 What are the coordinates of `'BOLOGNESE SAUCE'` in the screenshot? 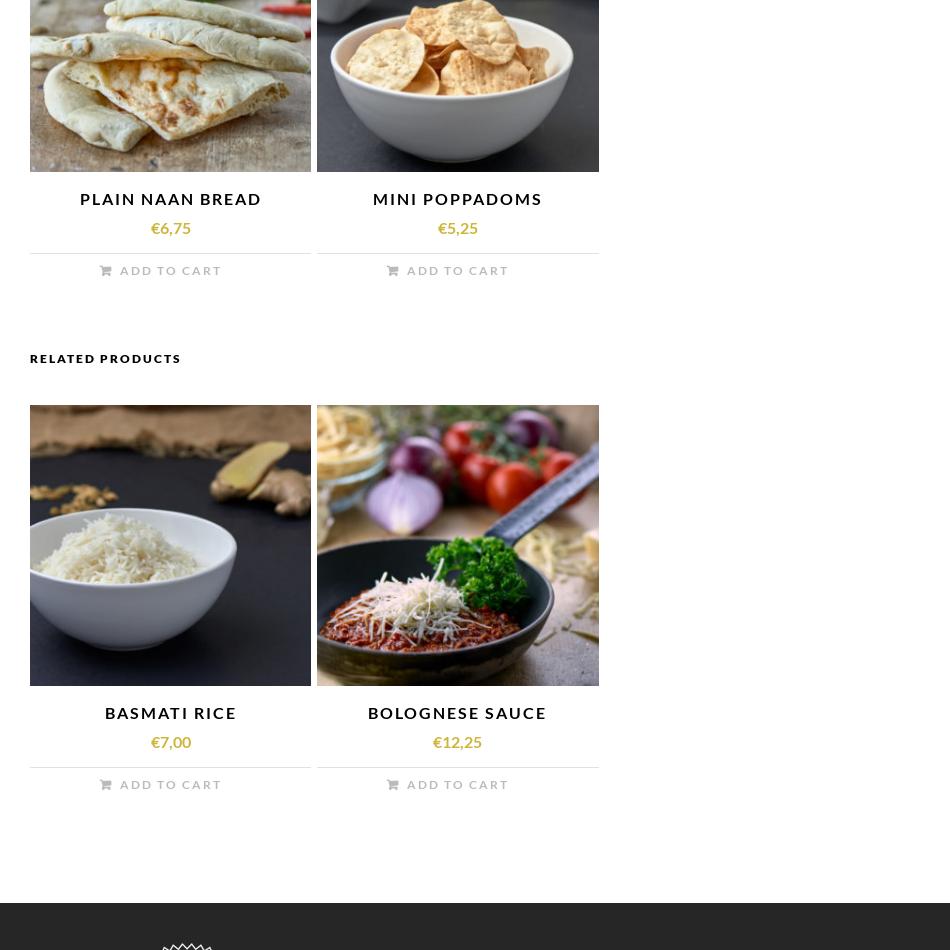 It's located at (456, 712).